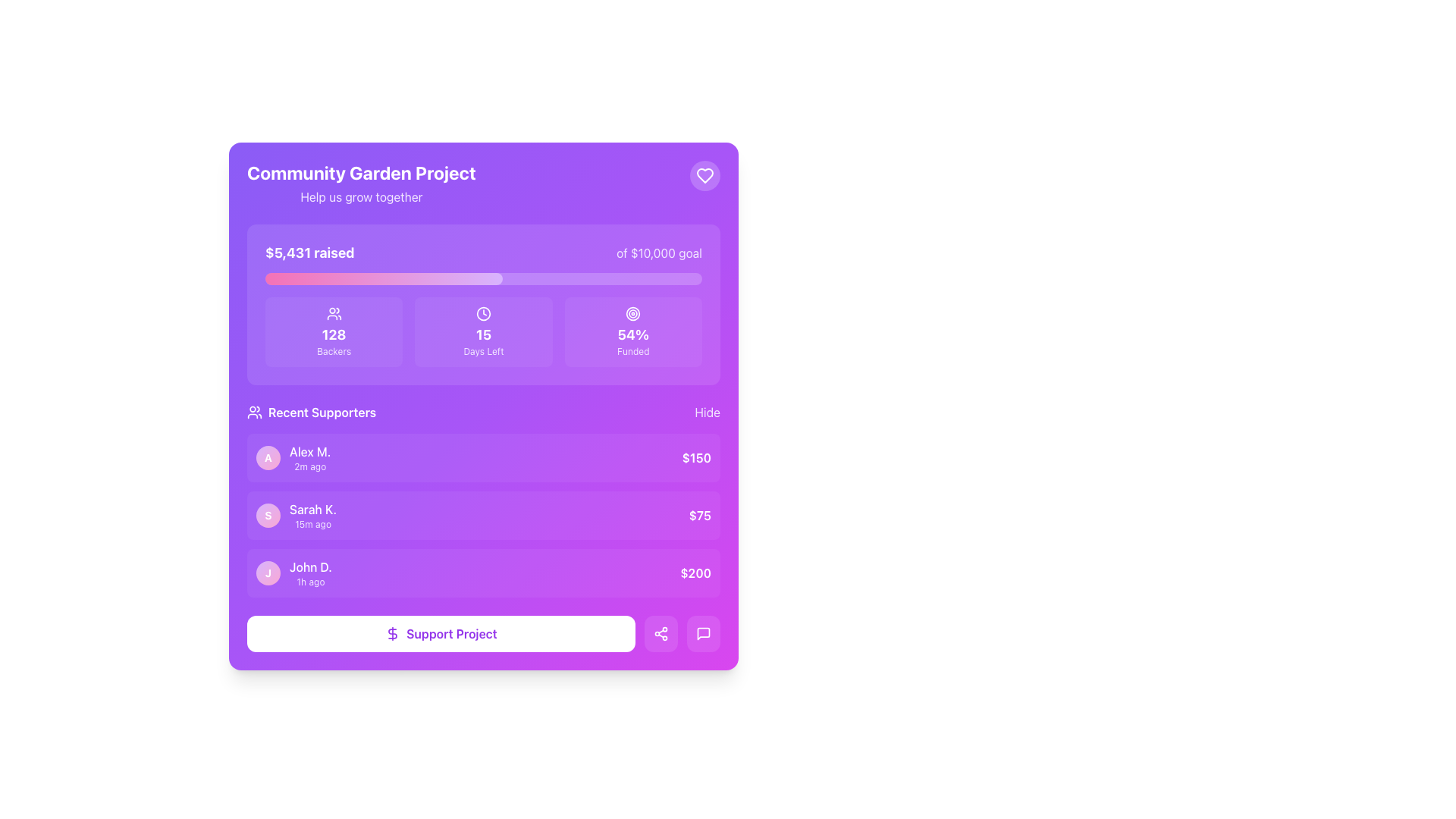 This screenshot has height=819, width=1456. I want to click on the circular avatar icon filled with a gradient transitioning from purple to pink, featuring a bold, white letter 'A', located in the 'Recent Supporters' section, so click(268, 457).